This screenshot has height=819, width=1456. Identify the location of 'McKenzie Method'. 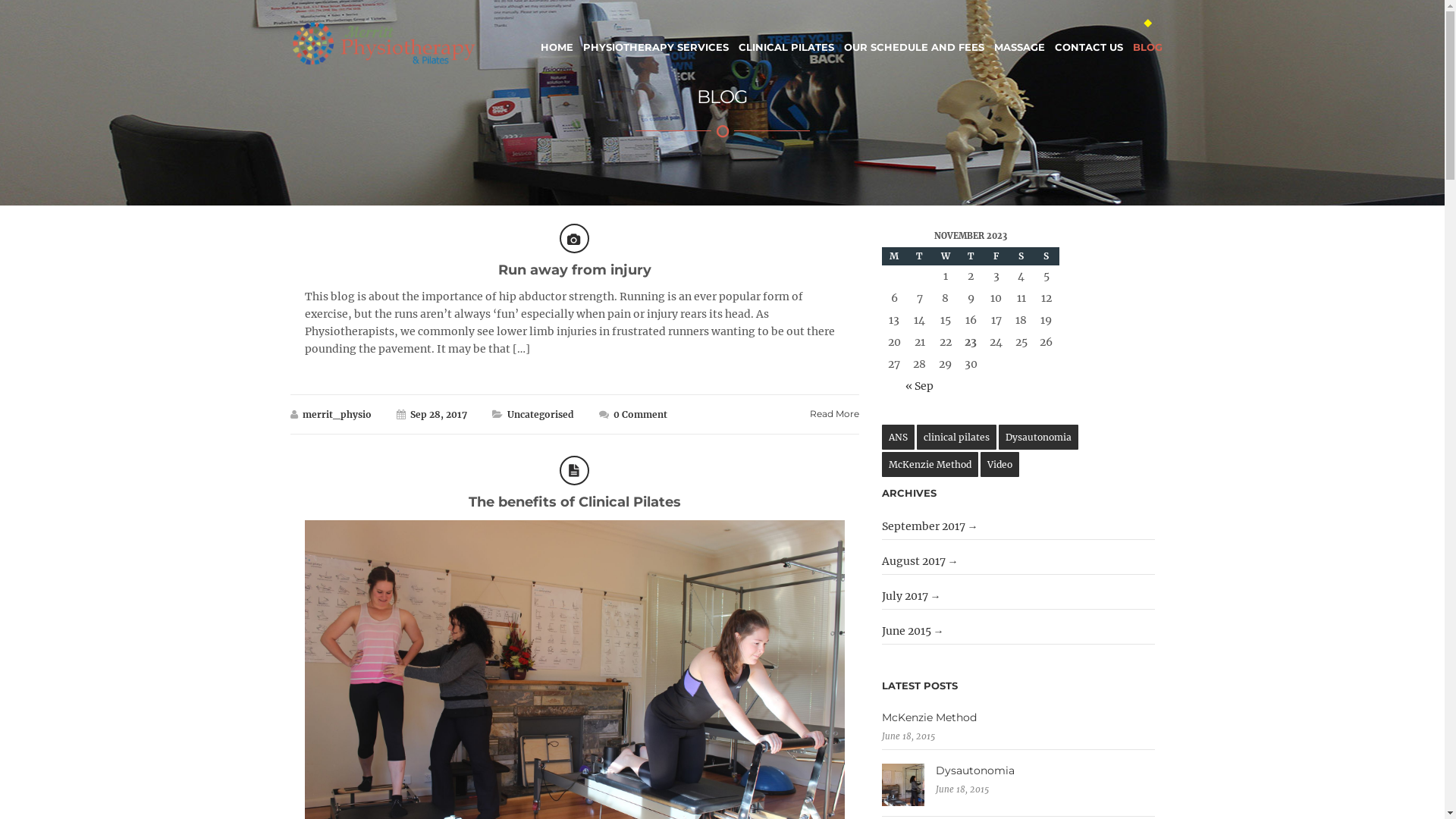
(929, 463).